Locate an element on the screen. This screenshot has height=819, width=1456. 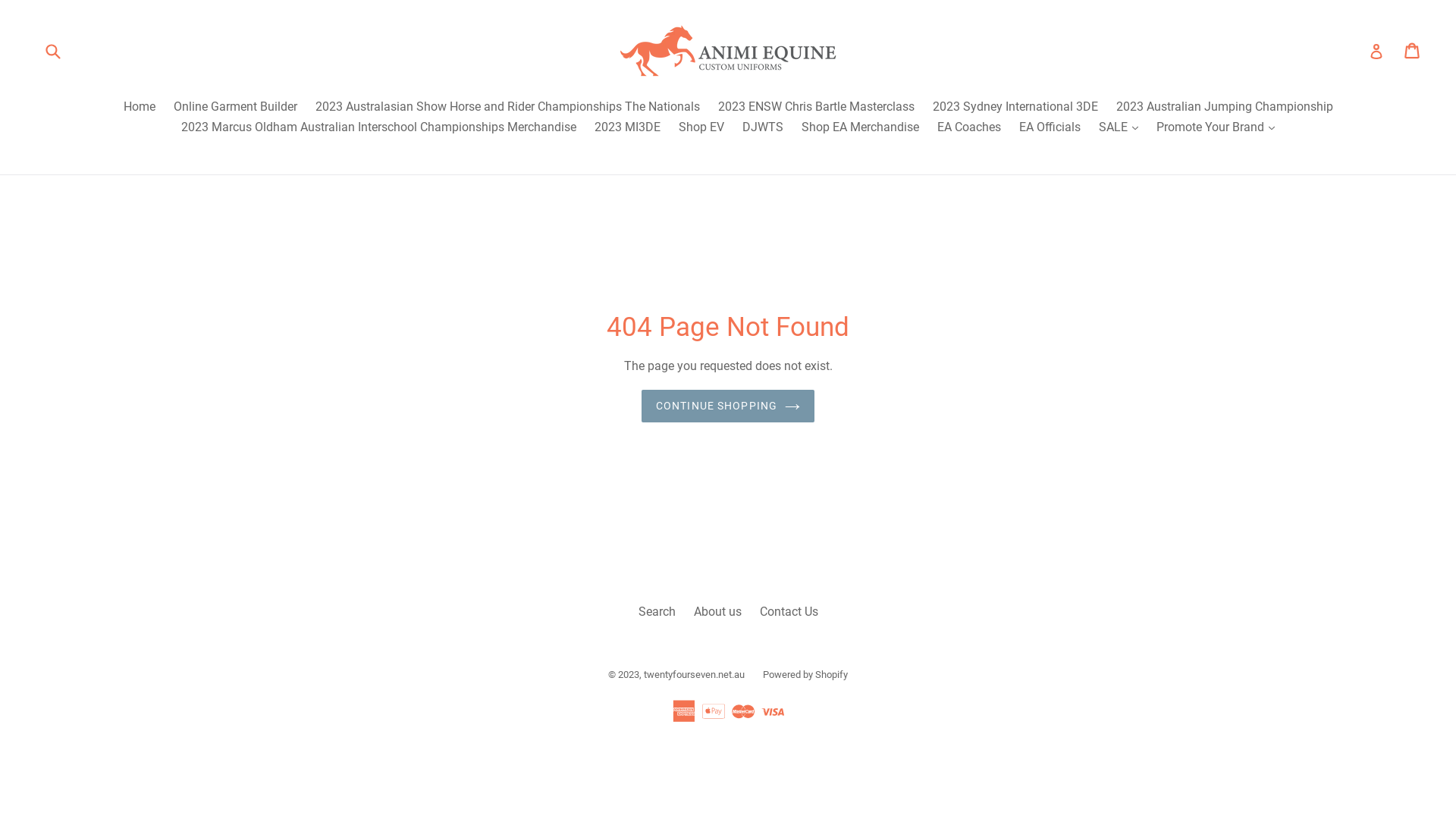
'Contact Us' is located at coordinates (789, 610).